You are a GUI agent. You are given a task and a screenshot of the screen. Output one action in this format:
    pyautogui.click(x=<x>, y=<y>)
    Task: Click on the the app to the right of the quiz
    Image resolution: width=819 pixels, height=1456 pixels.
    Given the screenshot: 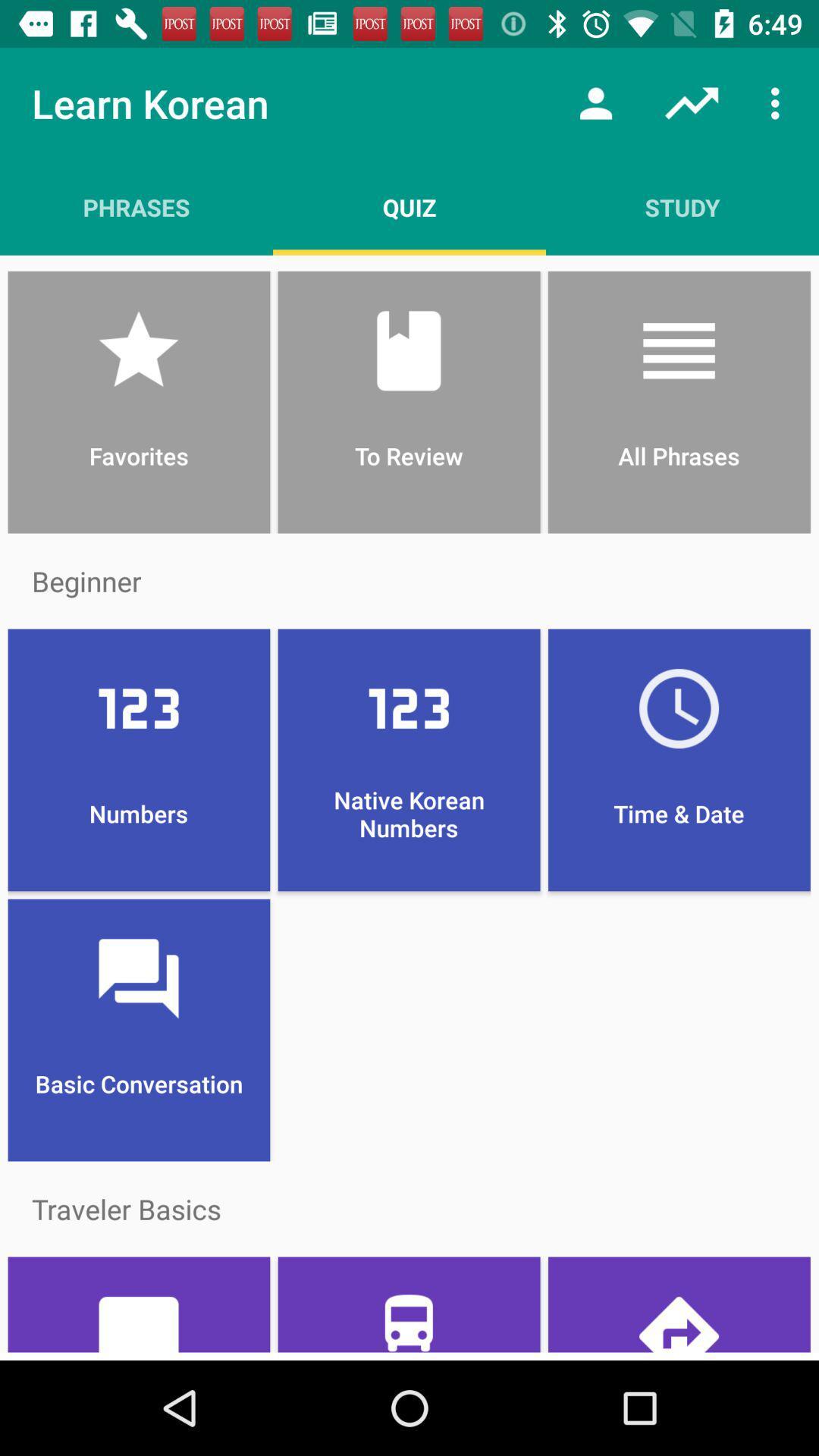 What is the action you would take?
    pyautogui.click(x=595, y=102)
    